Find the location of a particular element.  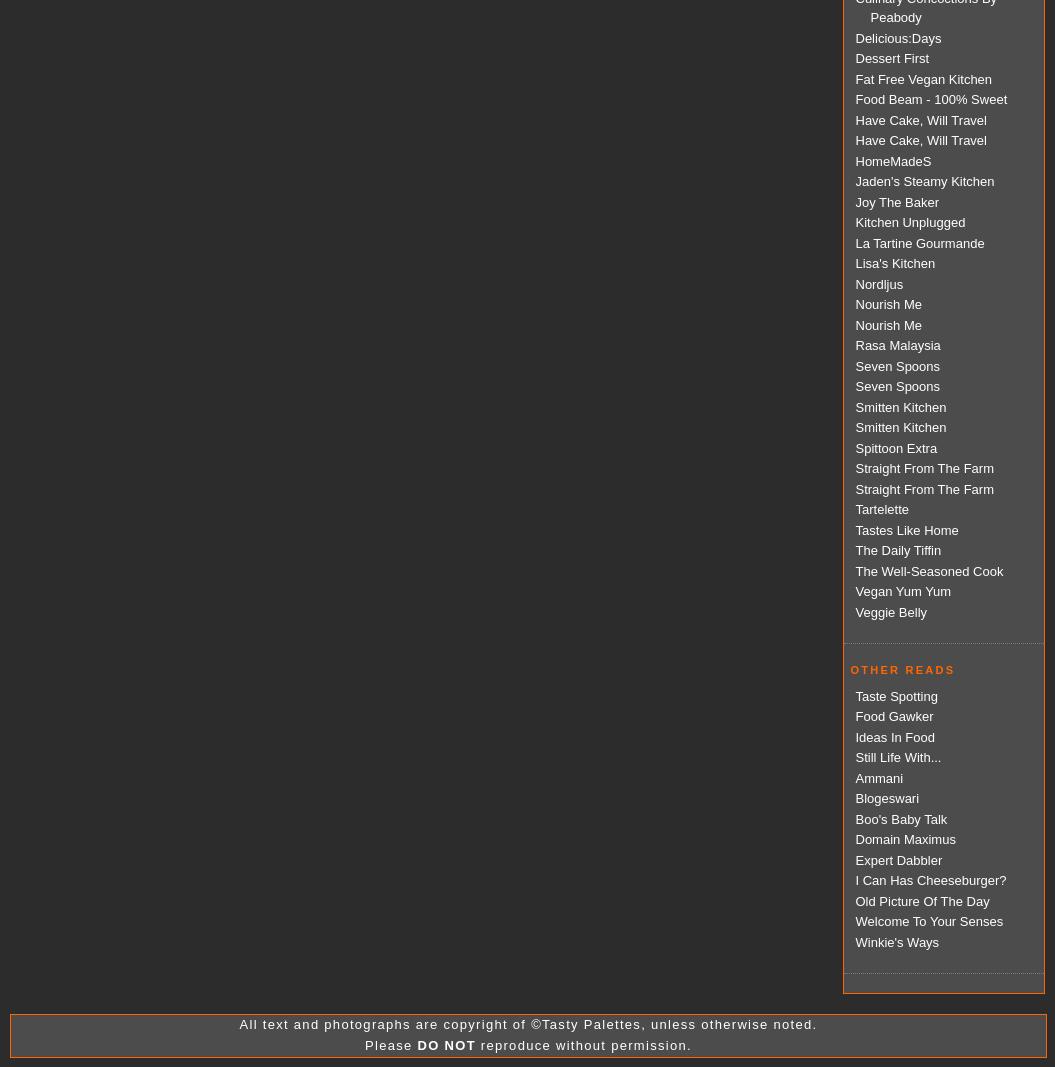

'Joy The Baker' is located at coordinates (895, 201).